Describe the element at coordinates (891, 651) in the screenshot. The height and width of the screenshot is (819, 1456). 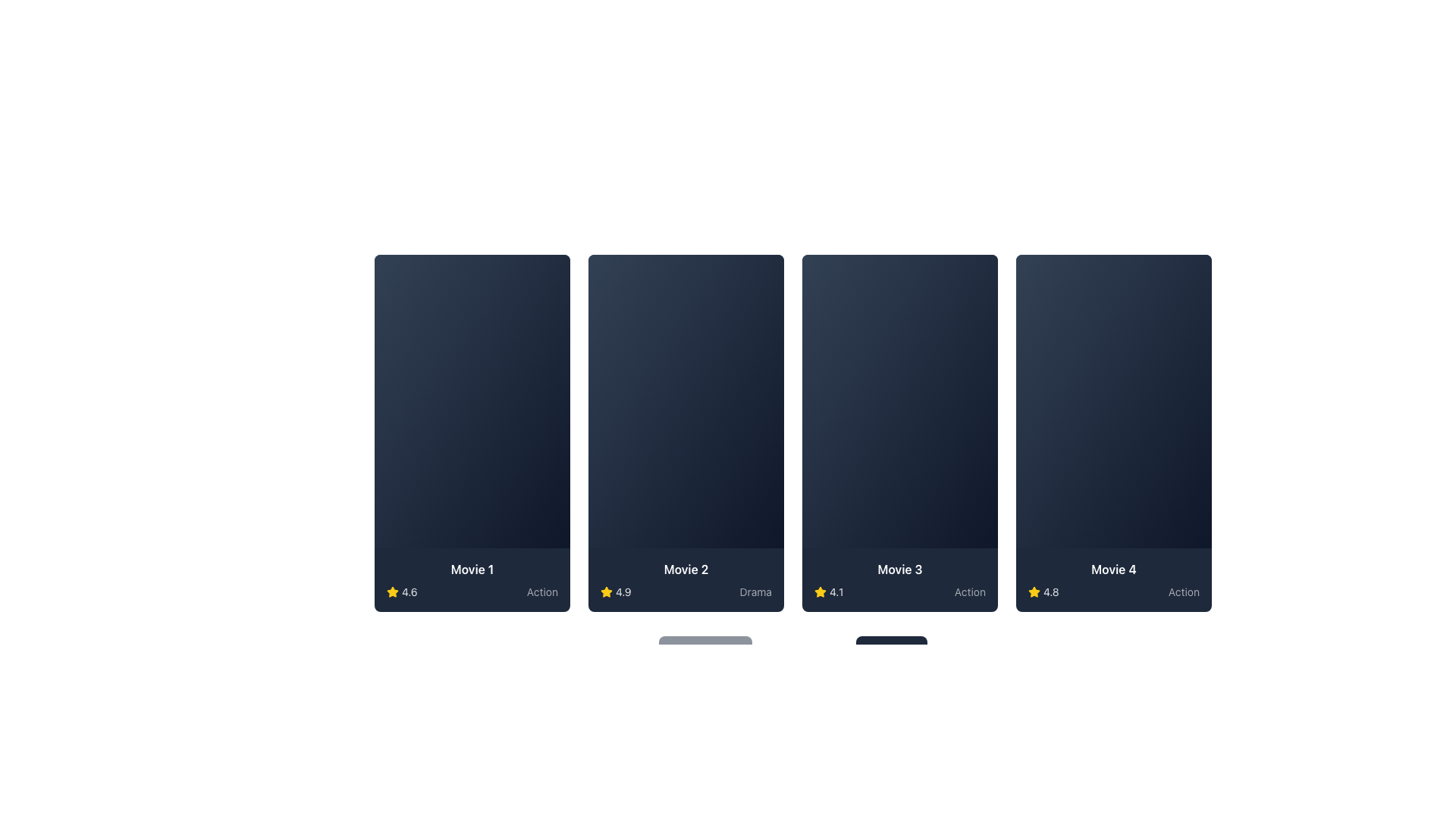
I see `the 'Next' button, which is a rectangular button with dark slate color and white text, located to the right of the 'Page 1 of 10' text element` at that location.